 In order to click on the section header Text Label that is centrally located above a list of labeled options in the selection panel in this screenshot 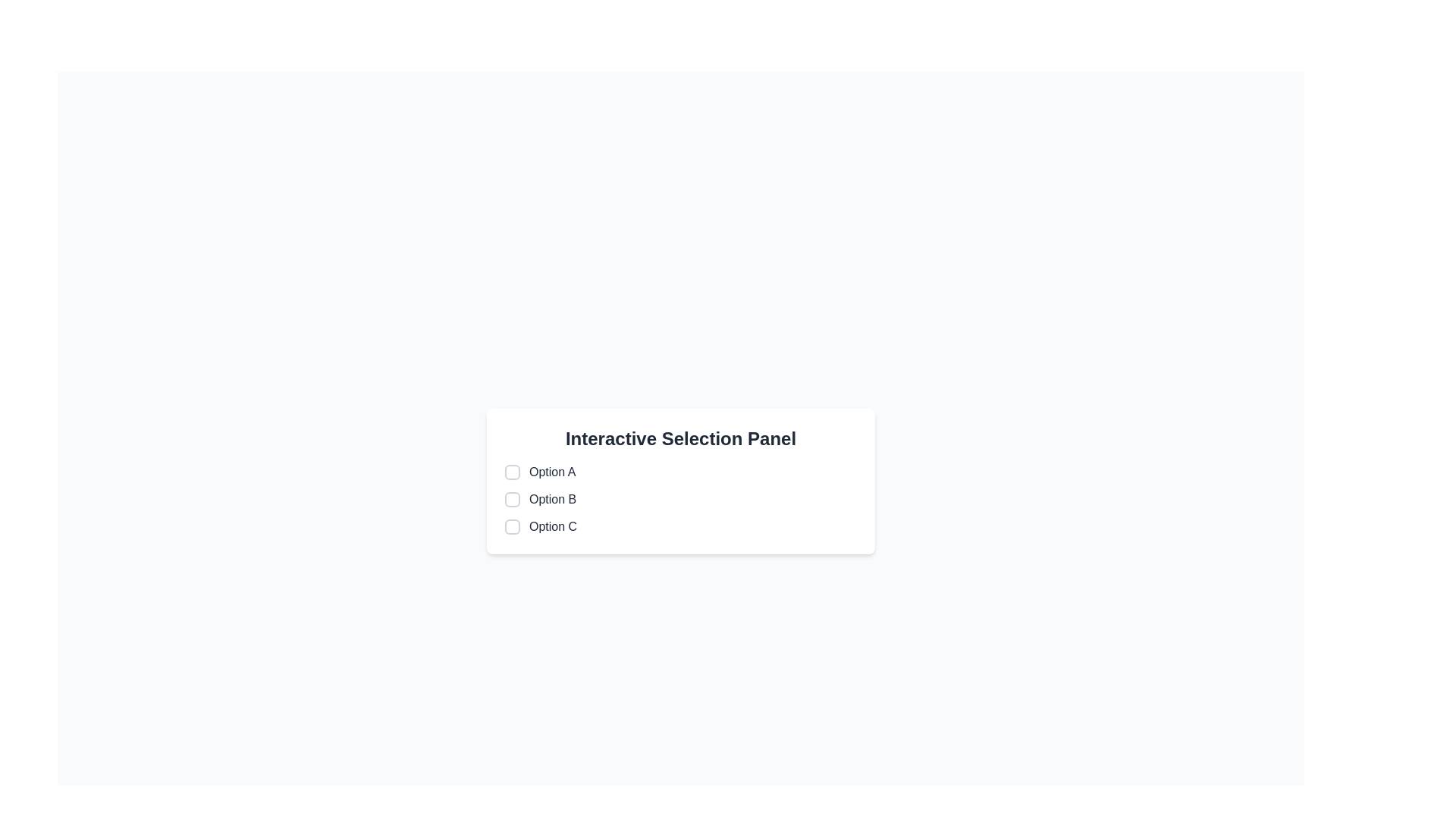, I will do `click(679, 438)`.